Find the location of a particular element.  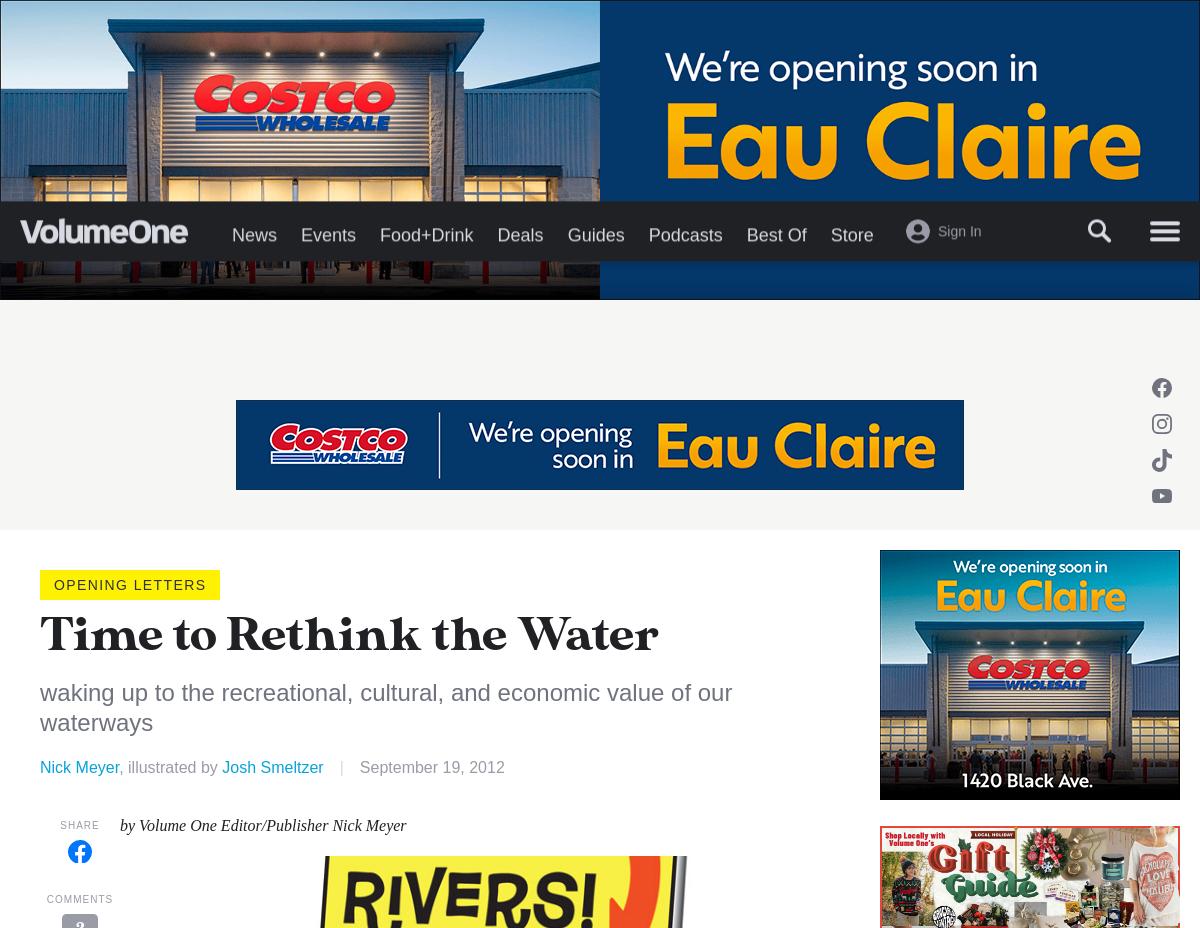

'Josh Smeltzer' is located at coordinates (221, 765).